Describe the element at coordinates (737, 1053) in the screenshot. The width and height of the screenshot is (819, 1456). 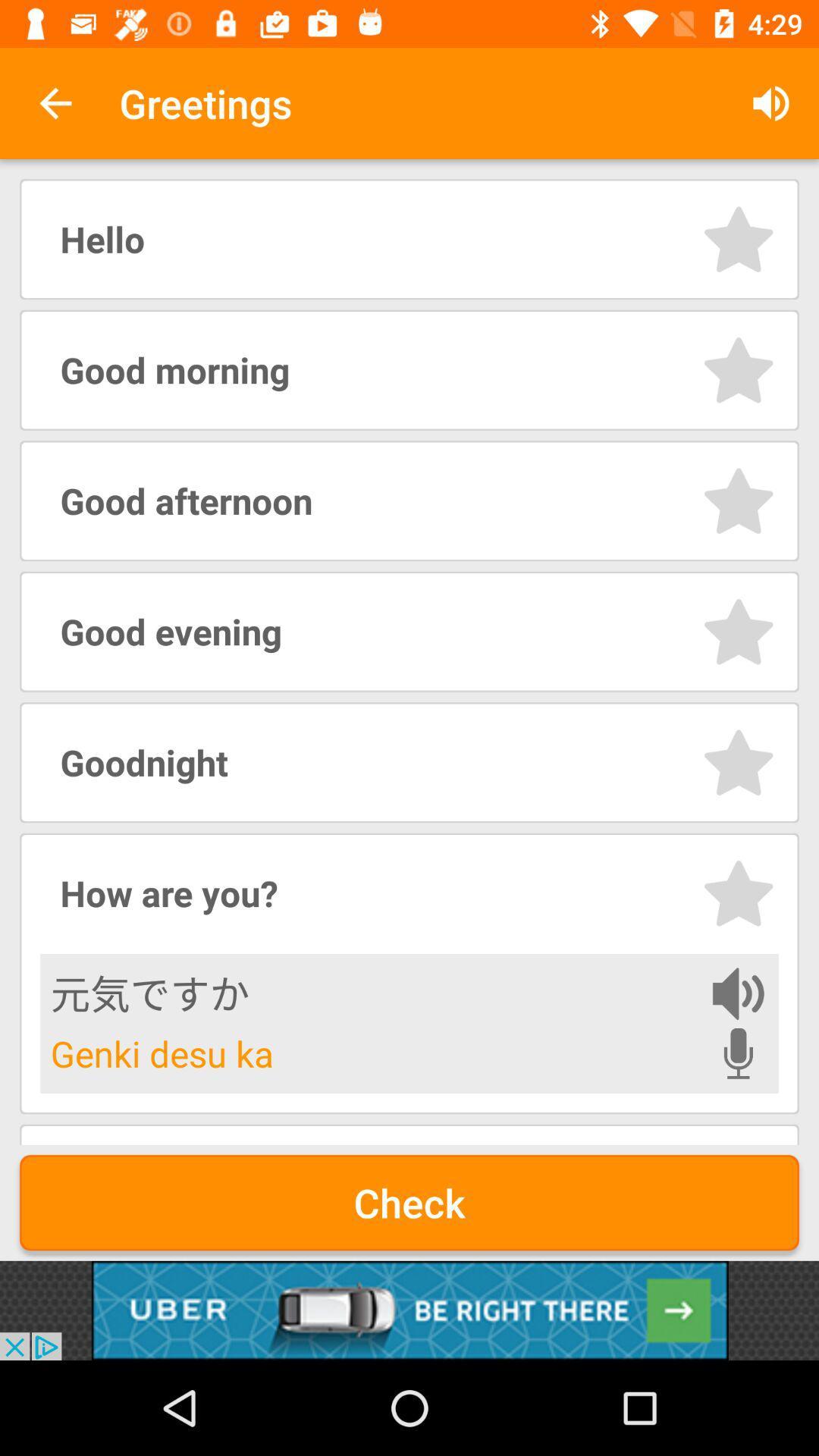
I see `use microphone` at that location.